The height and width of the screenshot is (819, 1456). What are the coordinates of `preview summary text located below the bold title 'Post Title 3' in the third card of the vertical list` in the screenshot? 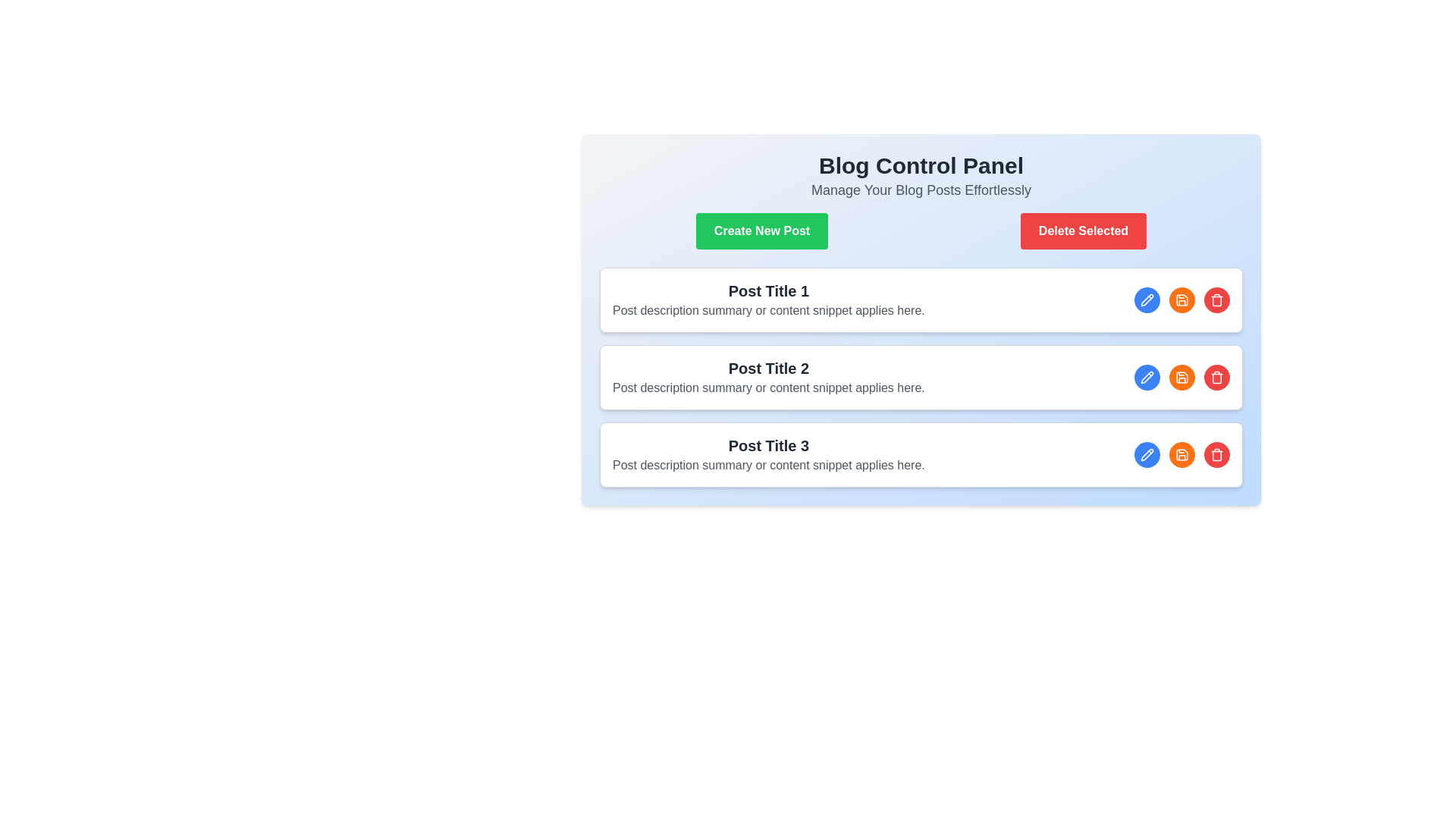 It's located at (768, 464).